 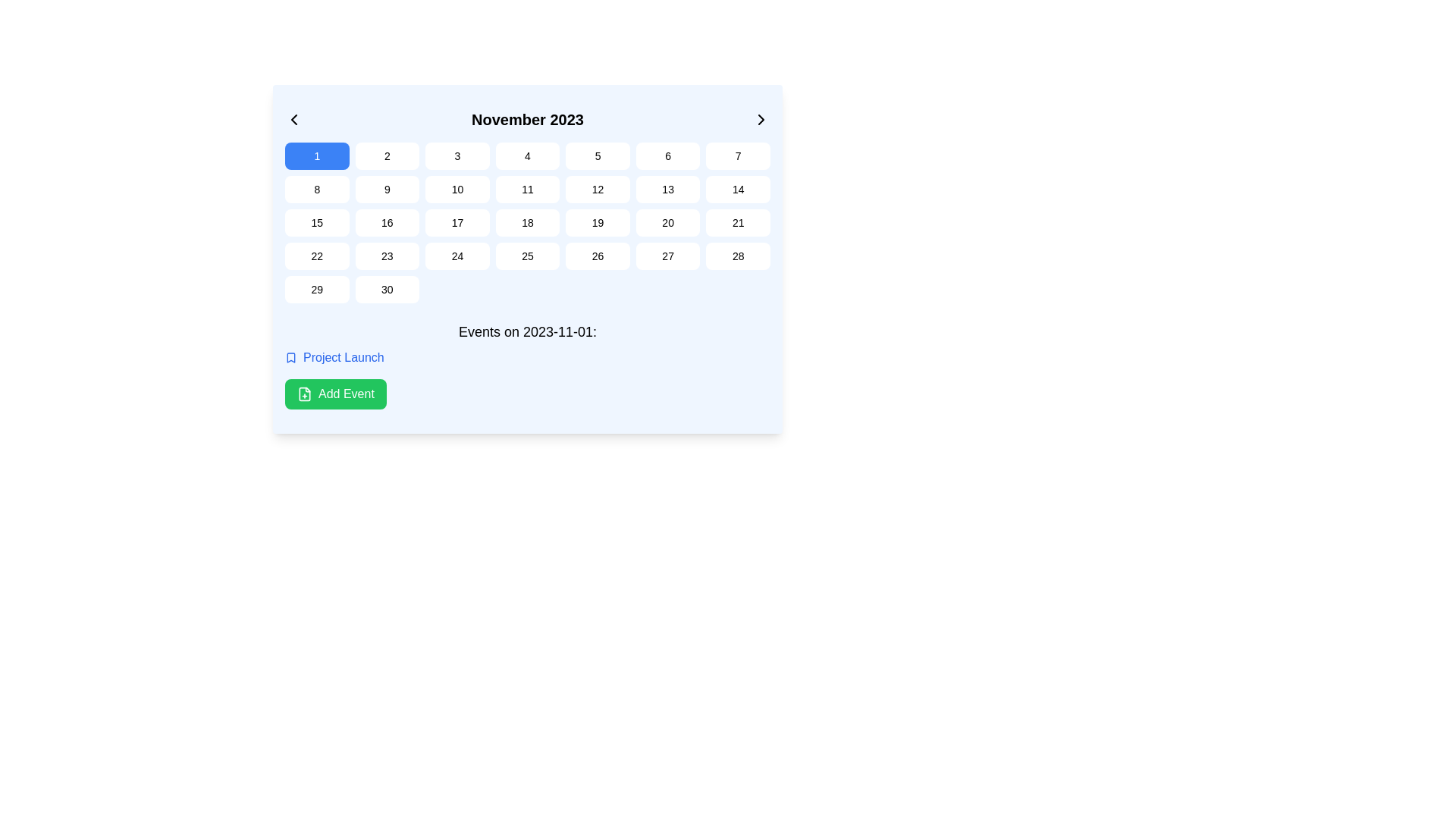 What do you see at coordinates (316, 189) in the screenshot?
I see `the selectable date button located in the second row and first column of the calendar grid for November 2023` at bounding box center [316, 189].